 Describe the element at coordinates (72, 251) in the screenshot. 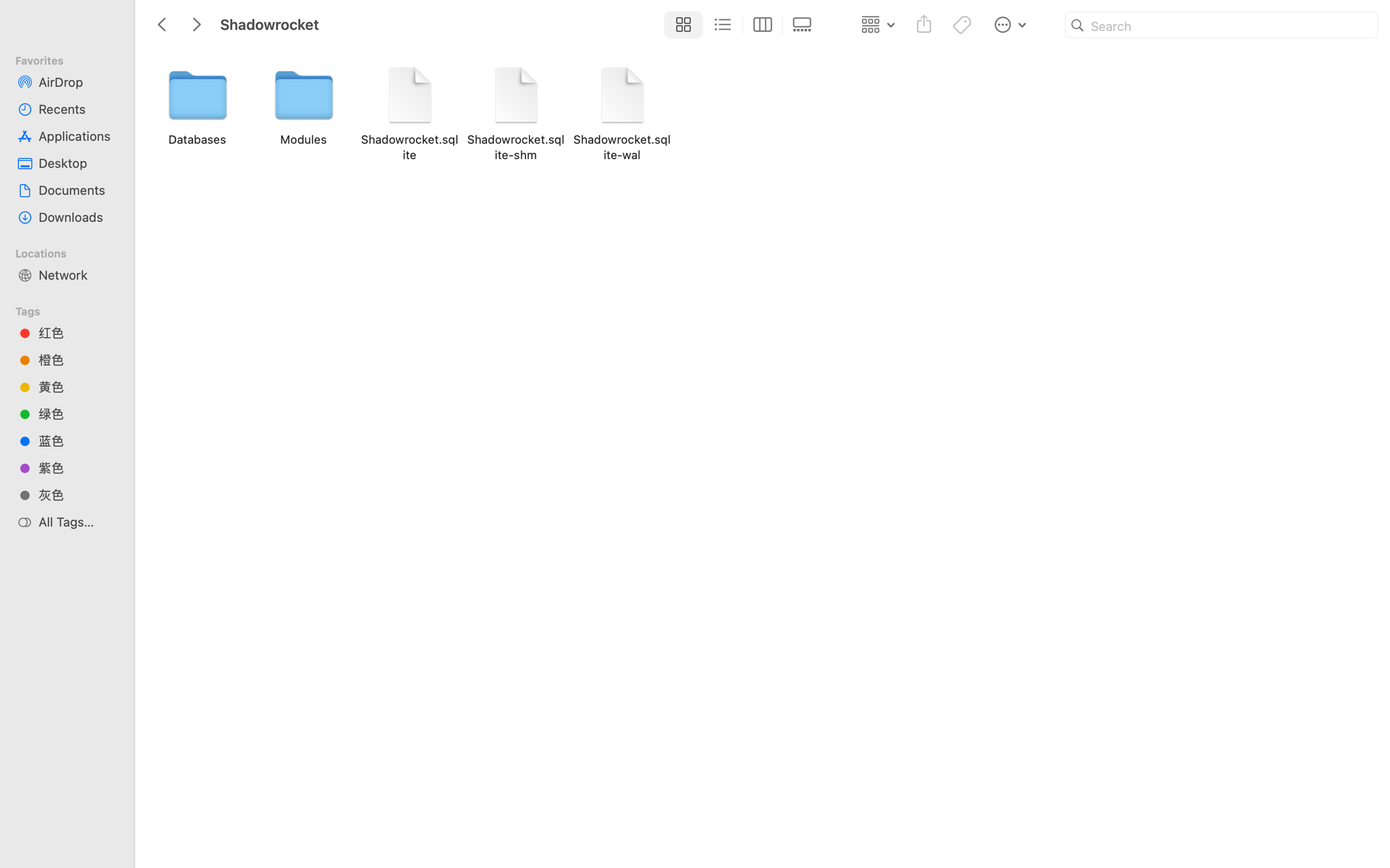

I see `'Locations'` at that location.